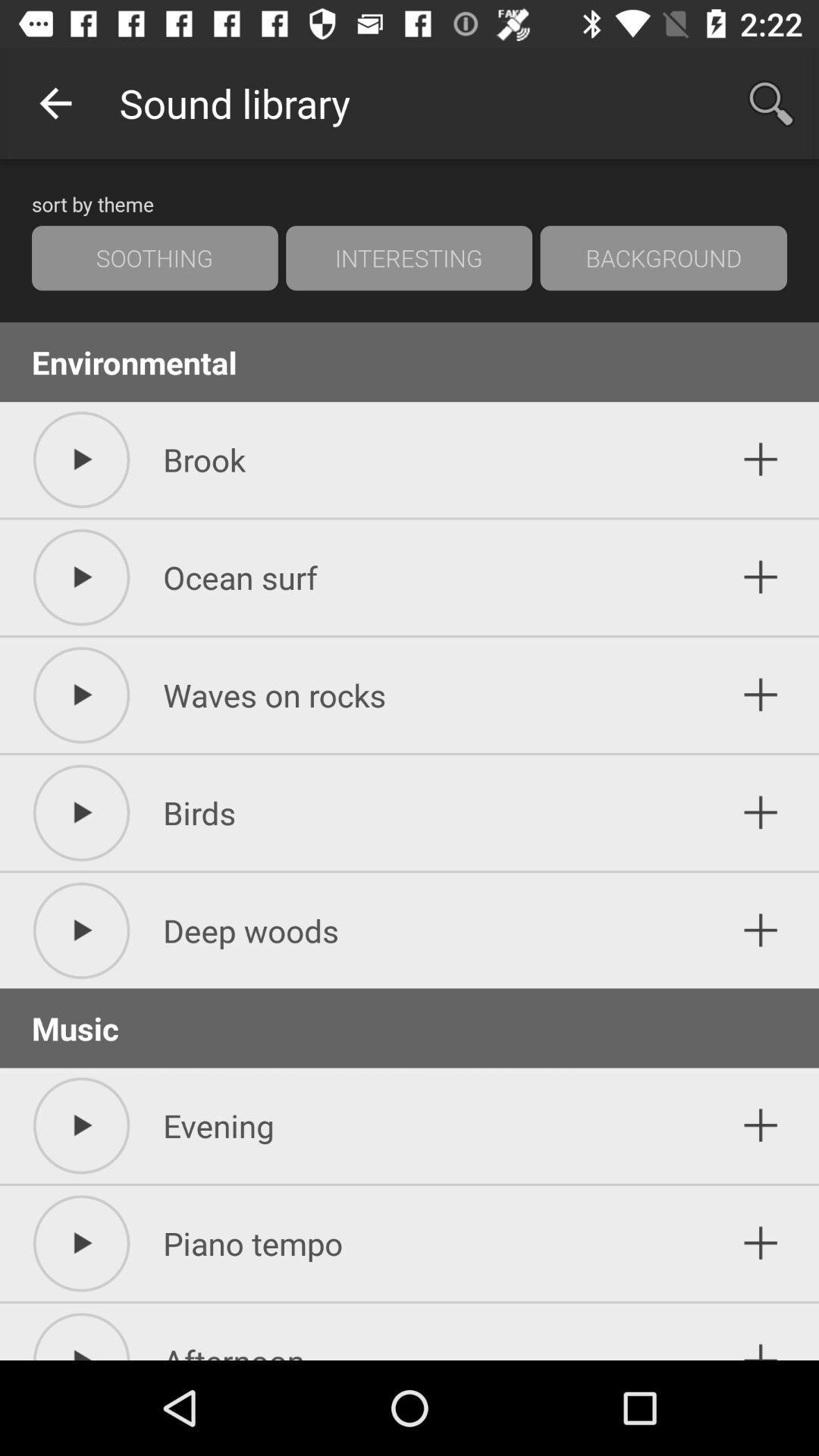 The image size is (819, 1456). I want to click on add symbol, so click(761, 1243).